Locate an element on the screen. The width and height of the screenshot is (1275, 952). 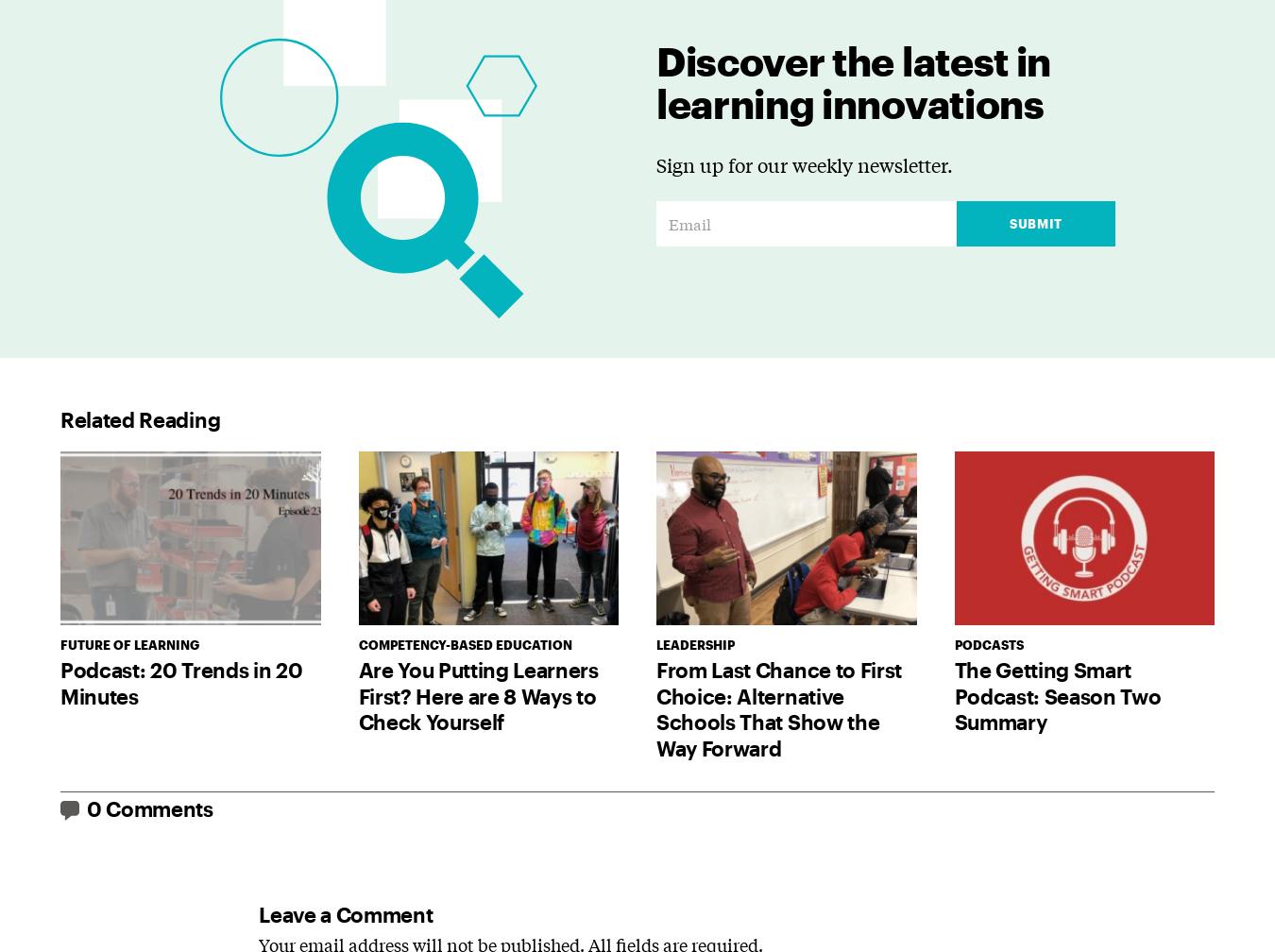
'Competency-Based Education' is located at coordinates (463, 644).